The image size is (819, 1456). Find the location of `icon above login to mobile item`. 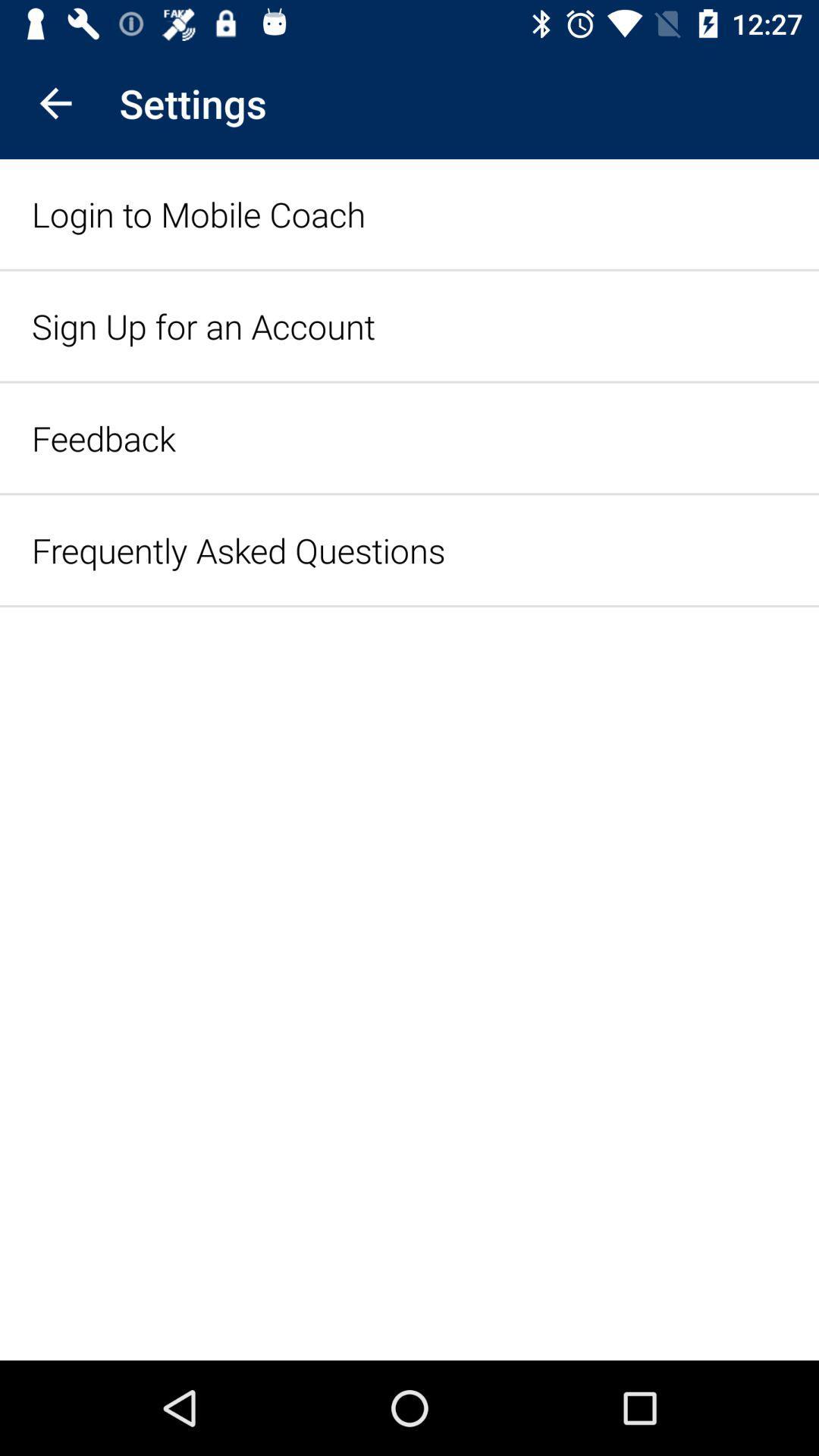

icon above login to mobile item is located at coordinates (55, 102).